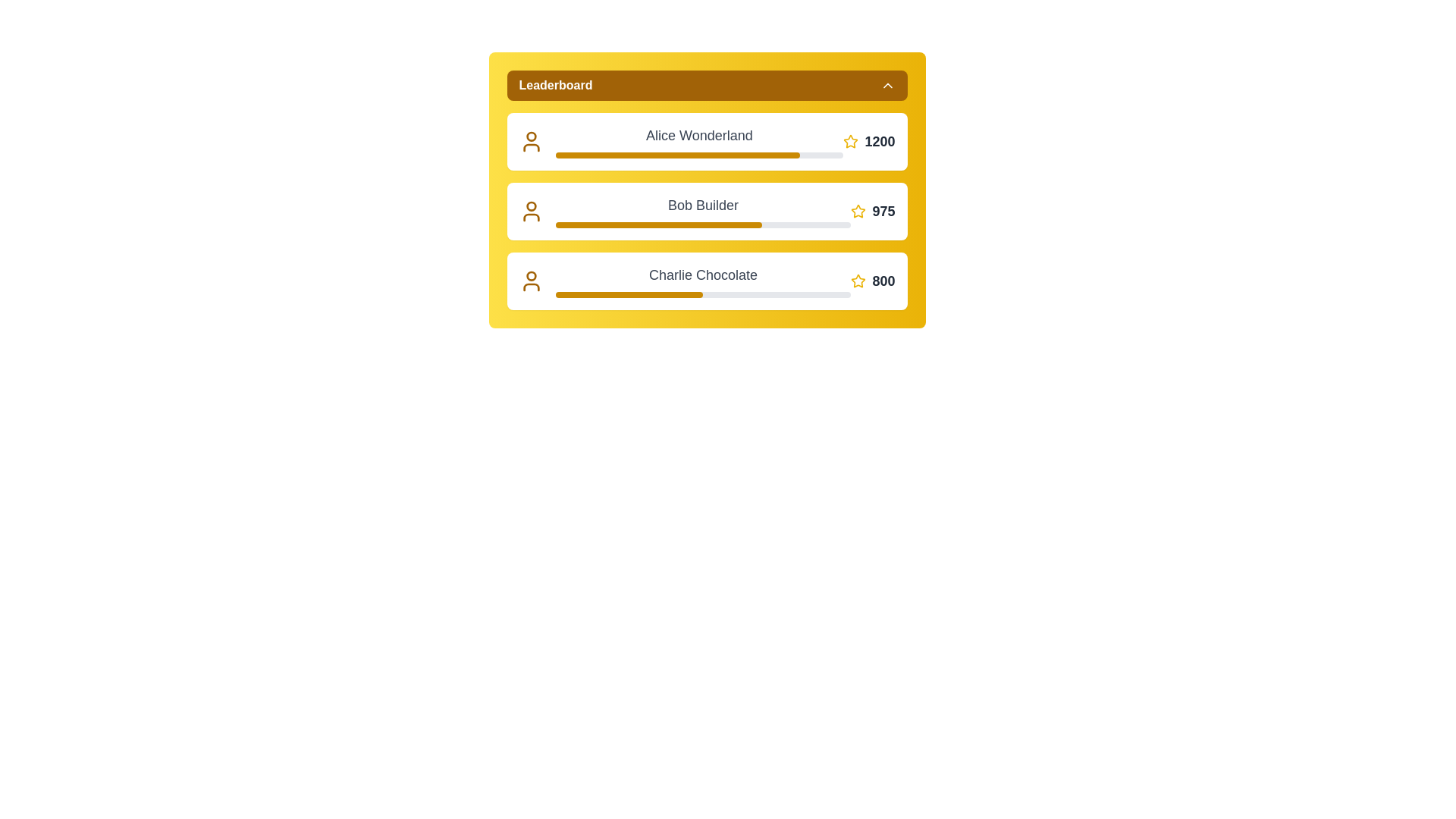 The image size is (1456, 819). Describe the element at coordinates (858, 211) in the screenshot. I see `the star-shaped icon with a yellow outline located adjacent to the score '975' in the leaderboard list` at that location.